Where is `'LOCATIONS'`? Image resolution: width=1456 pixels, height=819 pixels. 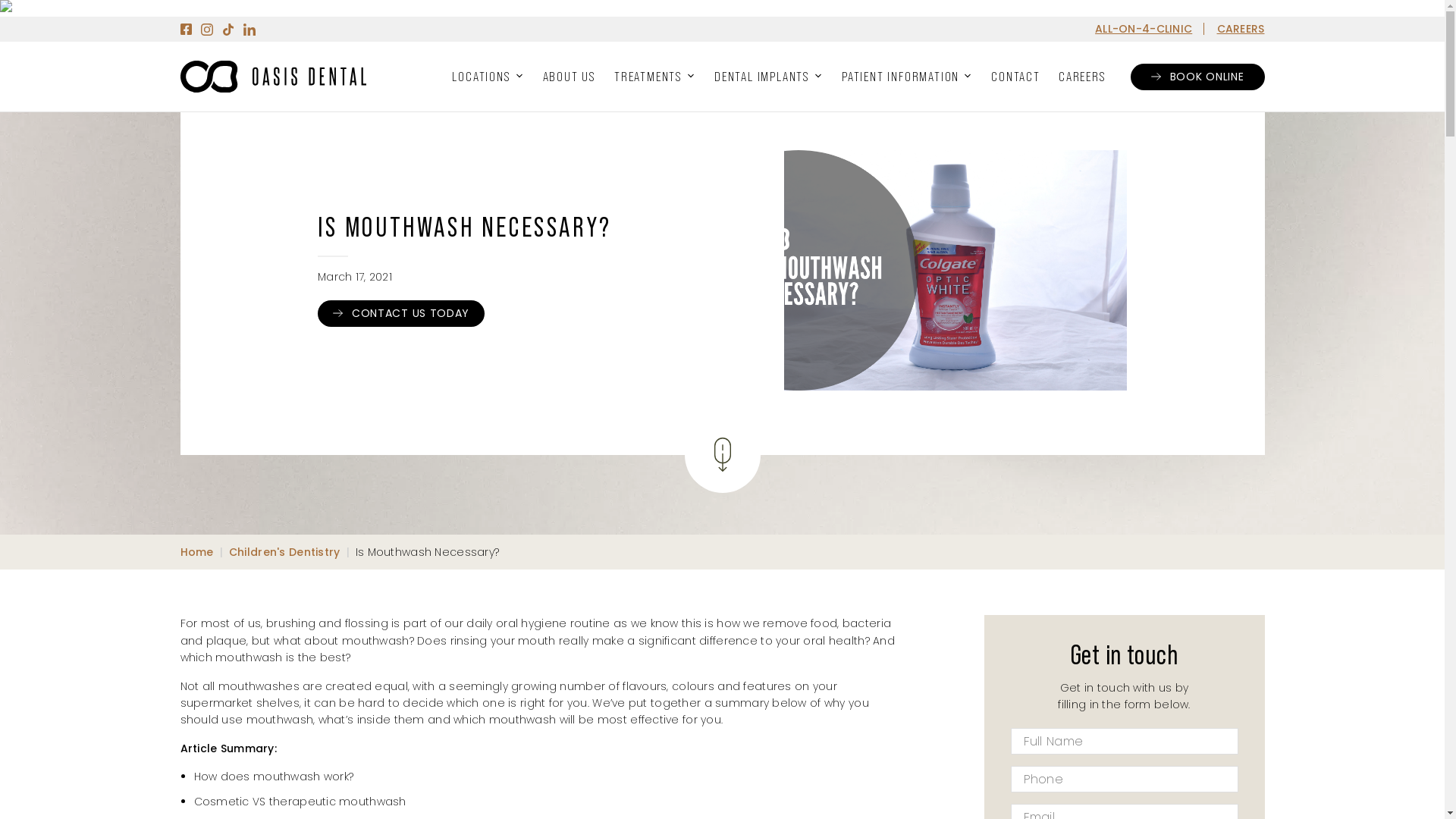
'LOCATIONS' is located at coordinates (488, 76).